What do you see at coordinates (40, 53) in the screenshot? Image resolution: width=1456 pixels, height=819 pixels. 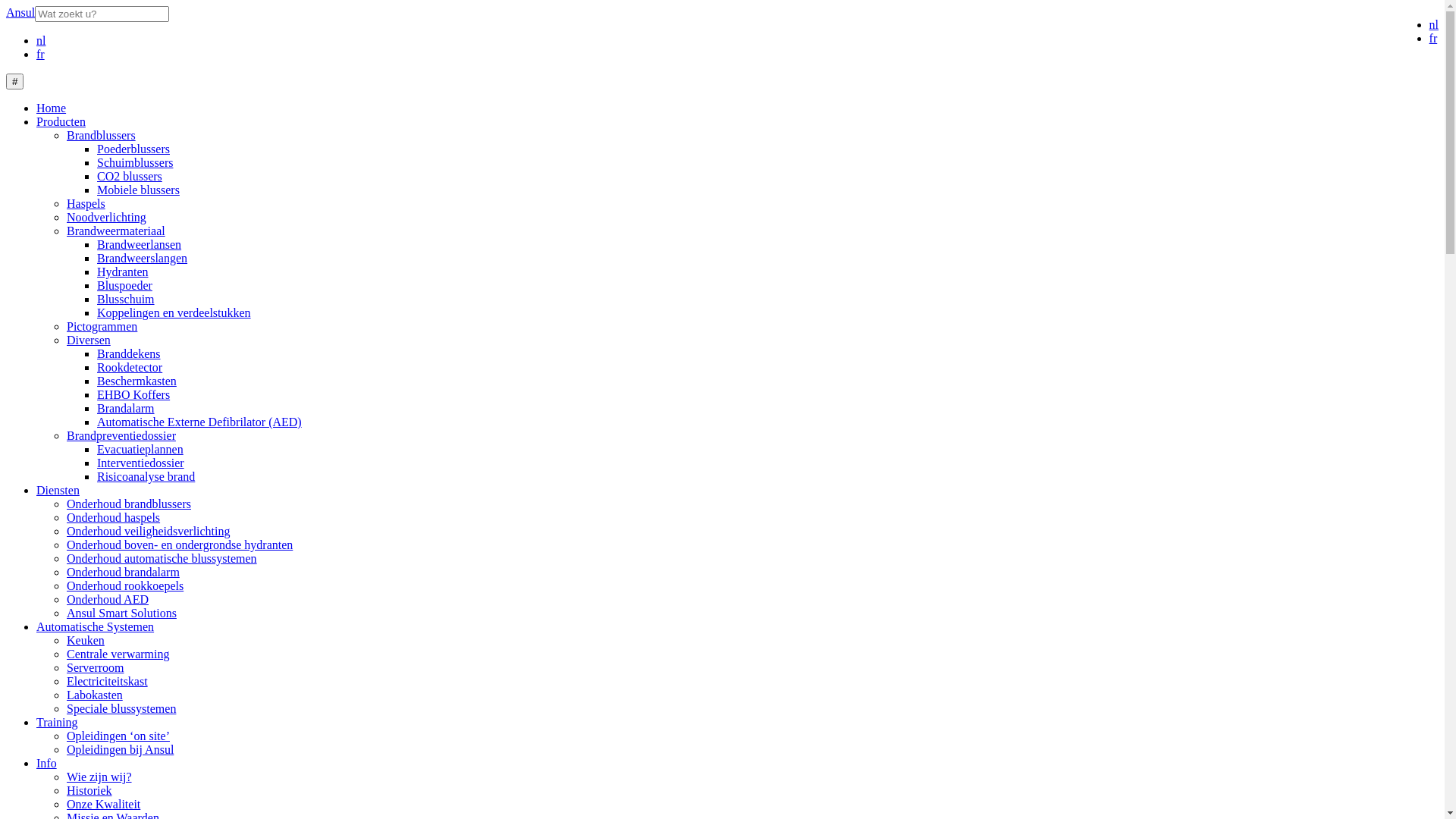 I see `'fr'` at bounding box center [40, 53].